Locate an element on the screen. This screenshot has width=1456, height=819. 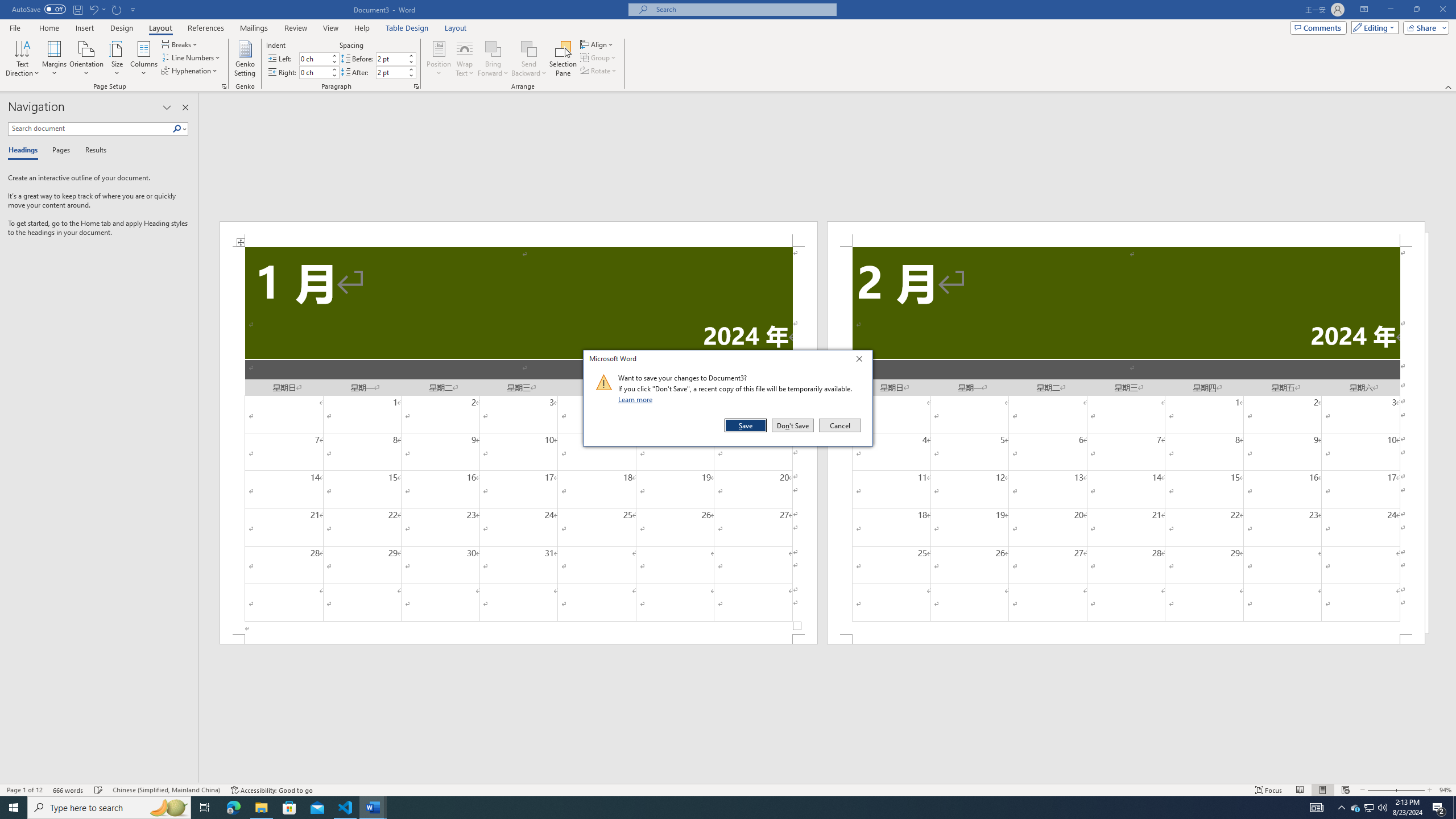
'Spelling and Grammar Check Checking' is located at coordinates (99, 790).